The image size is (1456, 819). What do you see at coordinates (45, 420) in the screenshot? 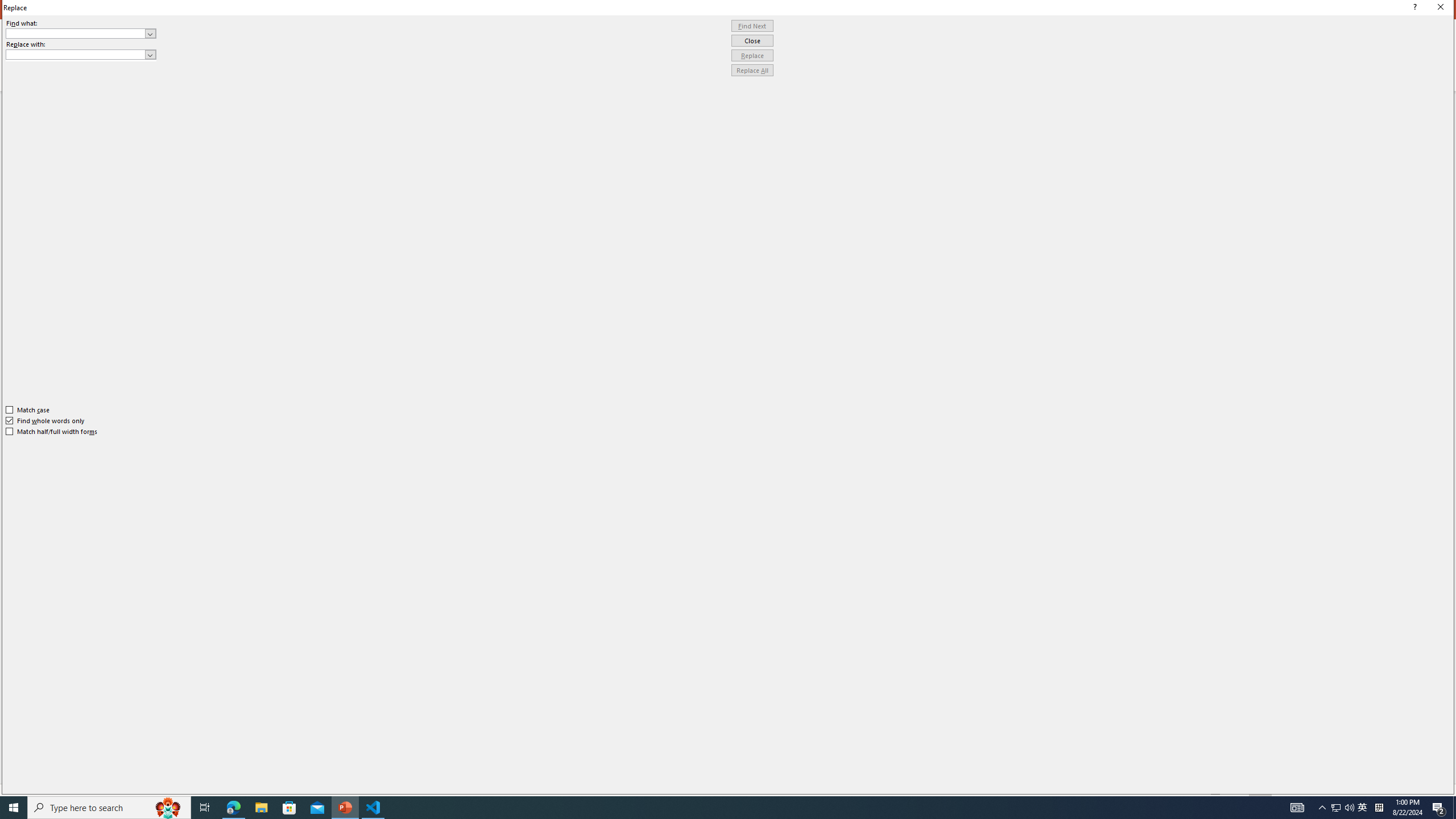
I see `'Find whole words only'` at bounding box center [45, 420].